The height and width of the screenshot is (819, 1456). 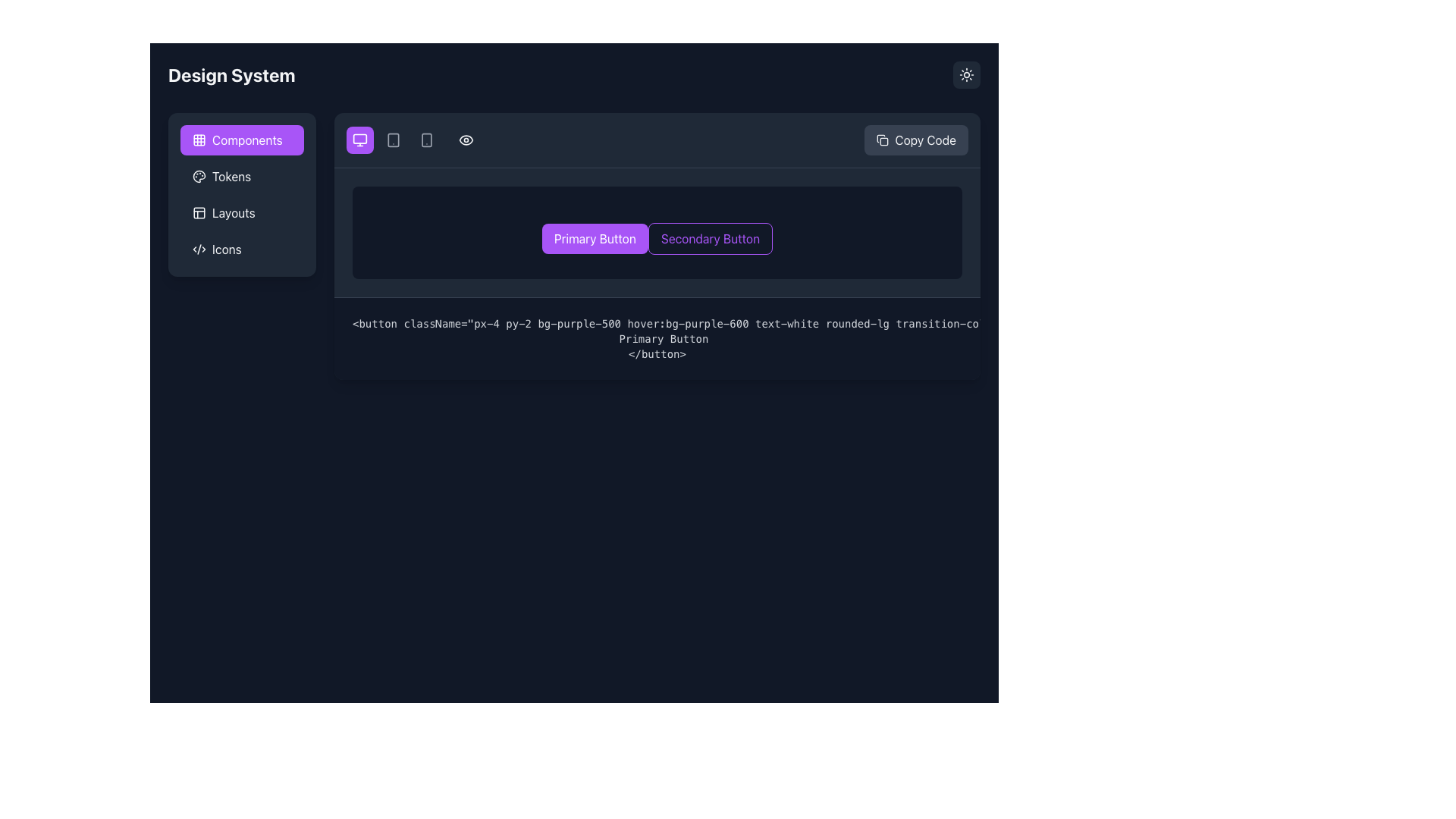 I want to click on the sun icon button in the top-right corner of the header labeled 'Design System', so click(x=966, y=75).